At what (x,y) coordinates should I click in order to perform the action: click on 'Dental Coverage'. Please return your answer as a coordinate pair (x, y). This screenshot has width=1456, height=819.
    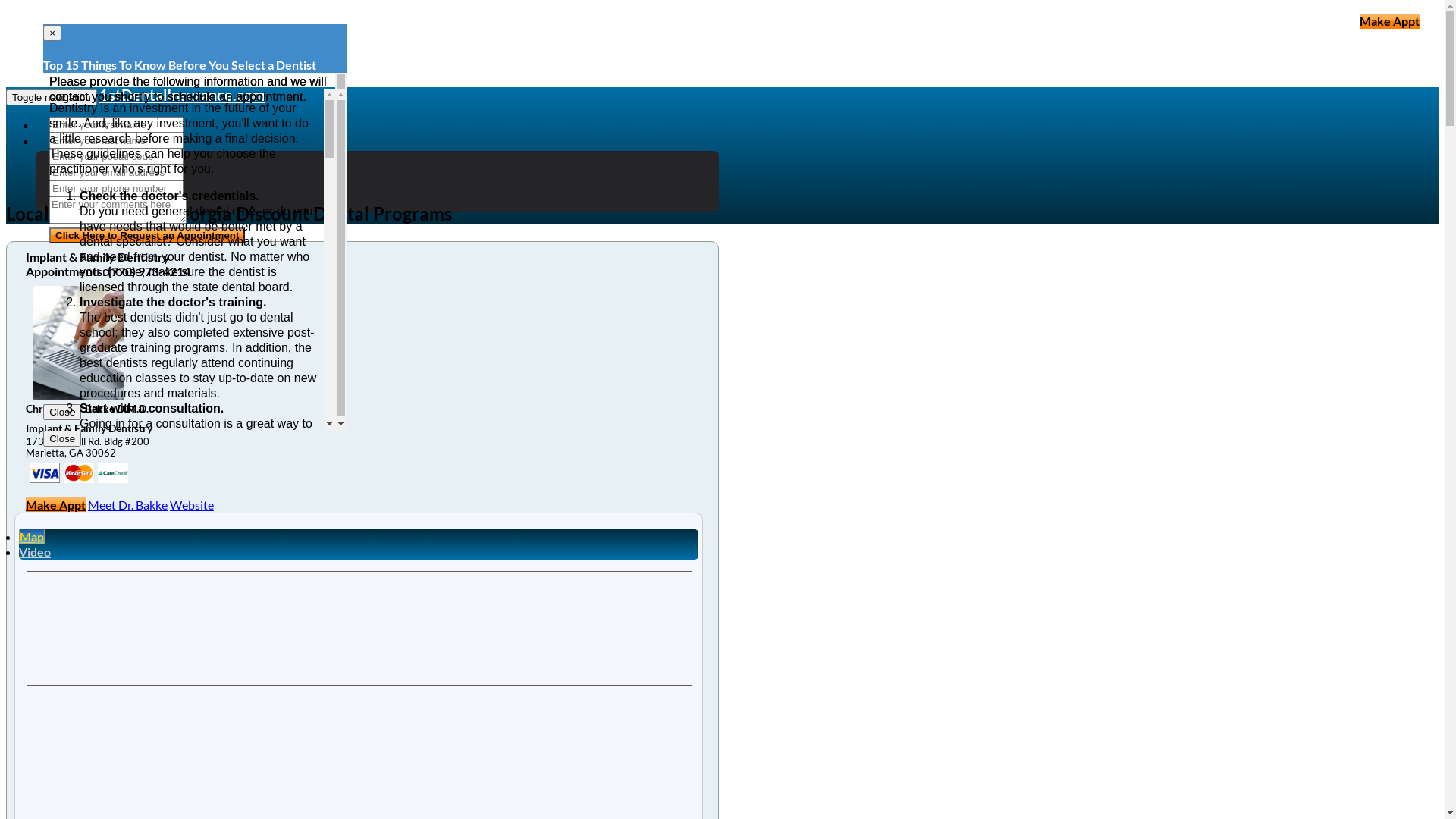
    Looking at the image, I should click on (109, 172).